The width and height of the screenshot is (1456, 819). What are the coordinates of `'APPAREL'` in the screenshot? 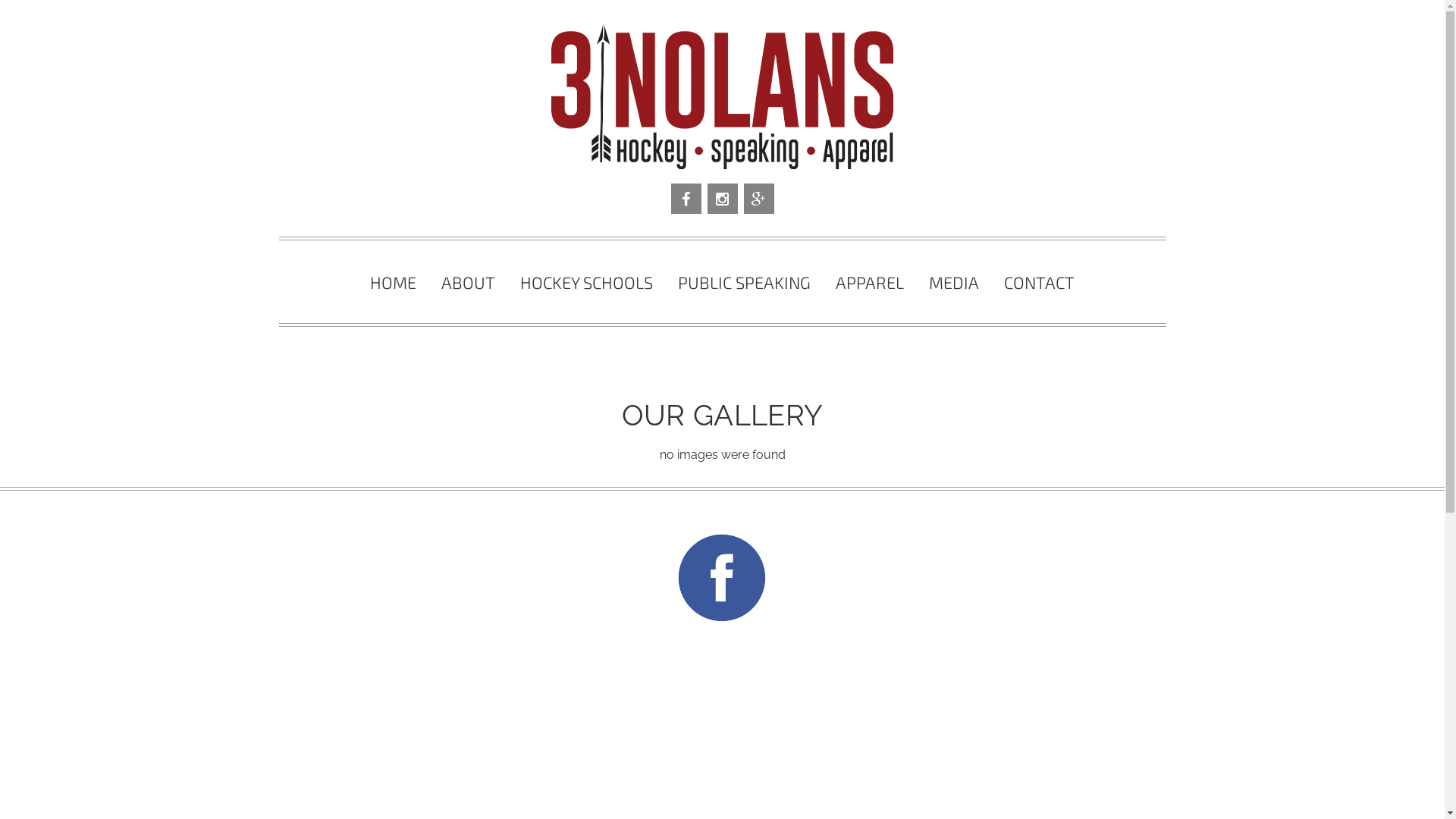 It's located at (870, 281).